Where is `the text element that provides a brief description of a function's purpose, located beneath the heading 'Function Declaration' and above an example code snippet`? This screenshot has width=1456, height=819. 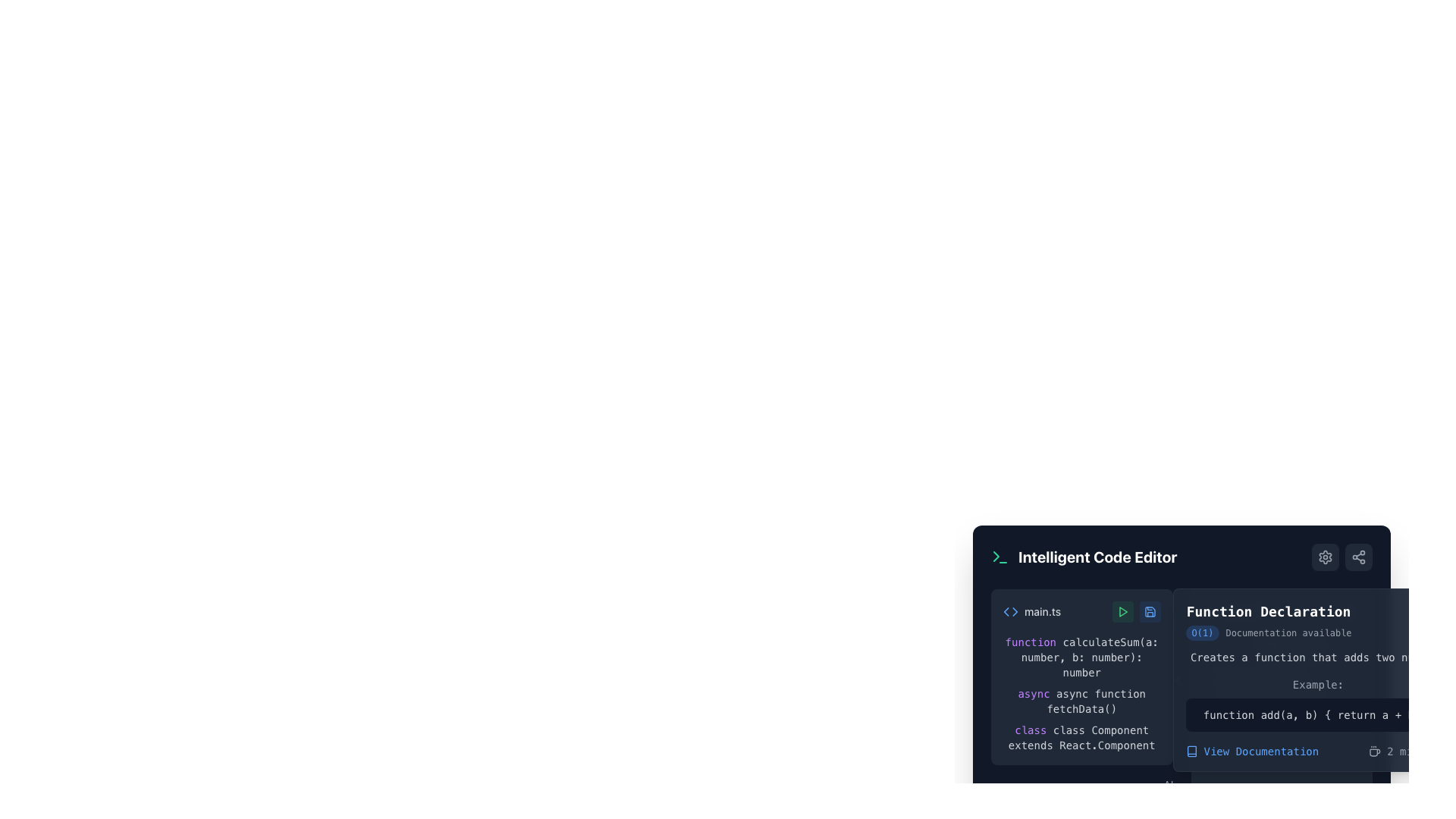
the text element that provides a brief description of a function's purpose, located beneath the heading 'Function Declaration' and above an example code snippet is located at coordinates (1317, 657).